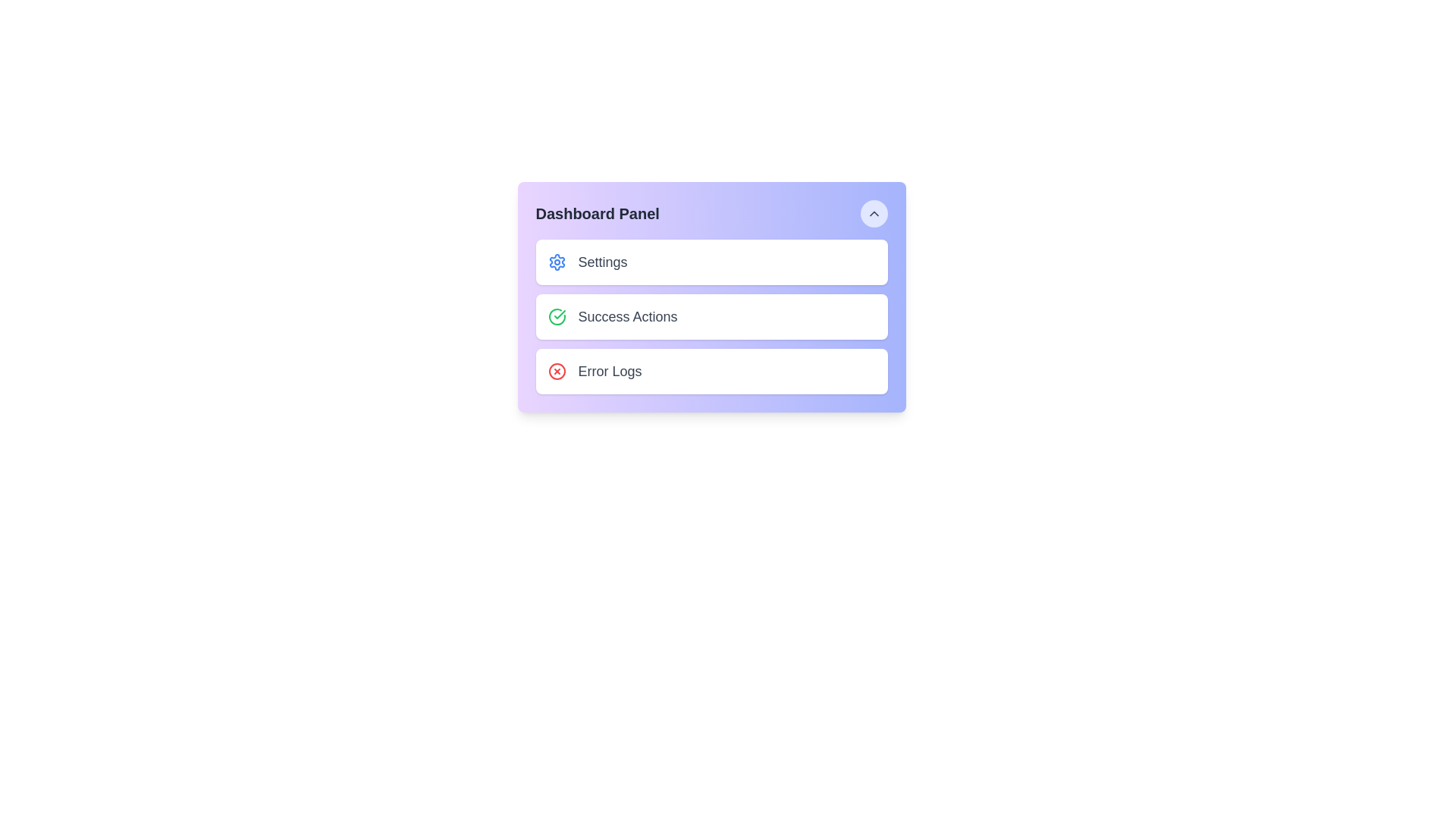  Describe the element at coordinates (556, 262) in the screenshot. I see `the settings icon located on the left side of the 'Settings' menu item` at that location.